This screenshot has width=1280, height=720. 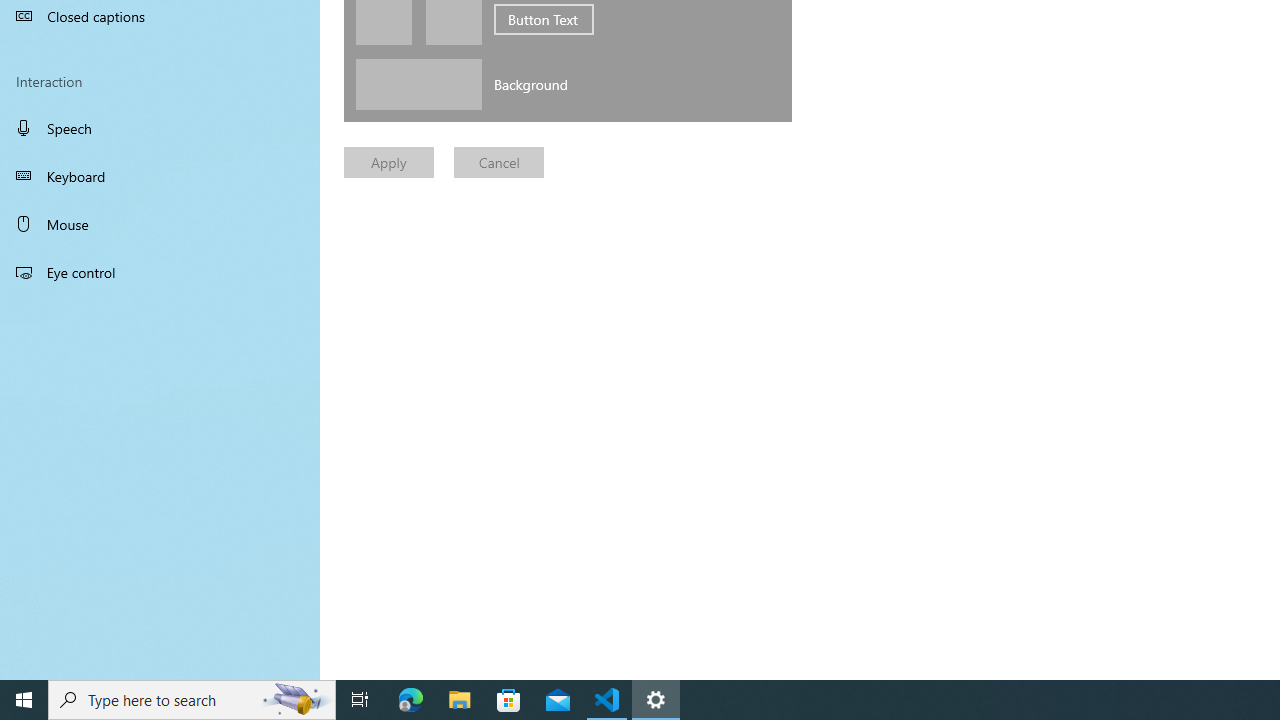 I want to click on 'Cancel', so click(x=499, y=161).